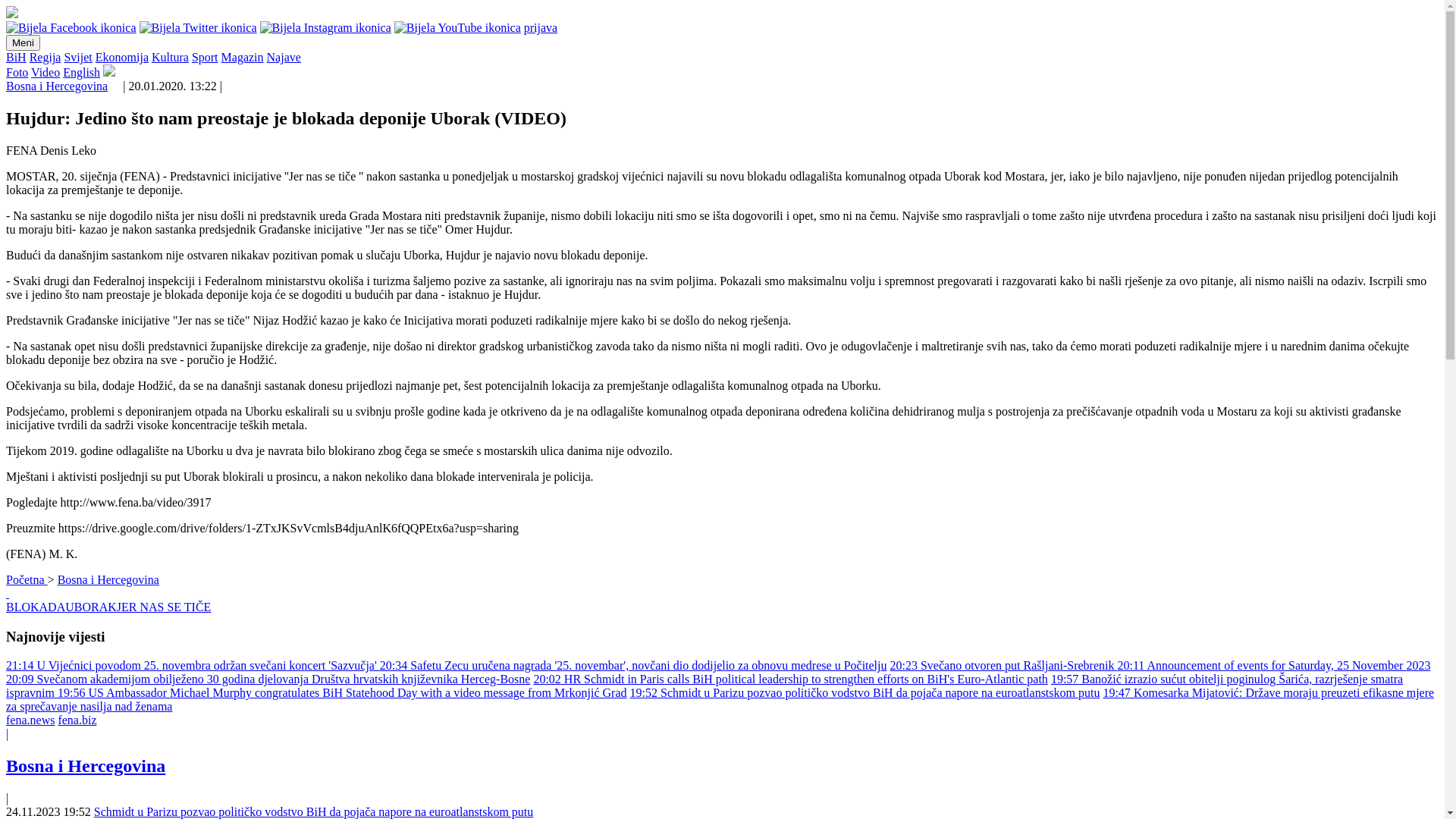  What do you see at coordinates (31, 72) in the screenshot?
I see `'Video'` at bounding box center [31, 72].